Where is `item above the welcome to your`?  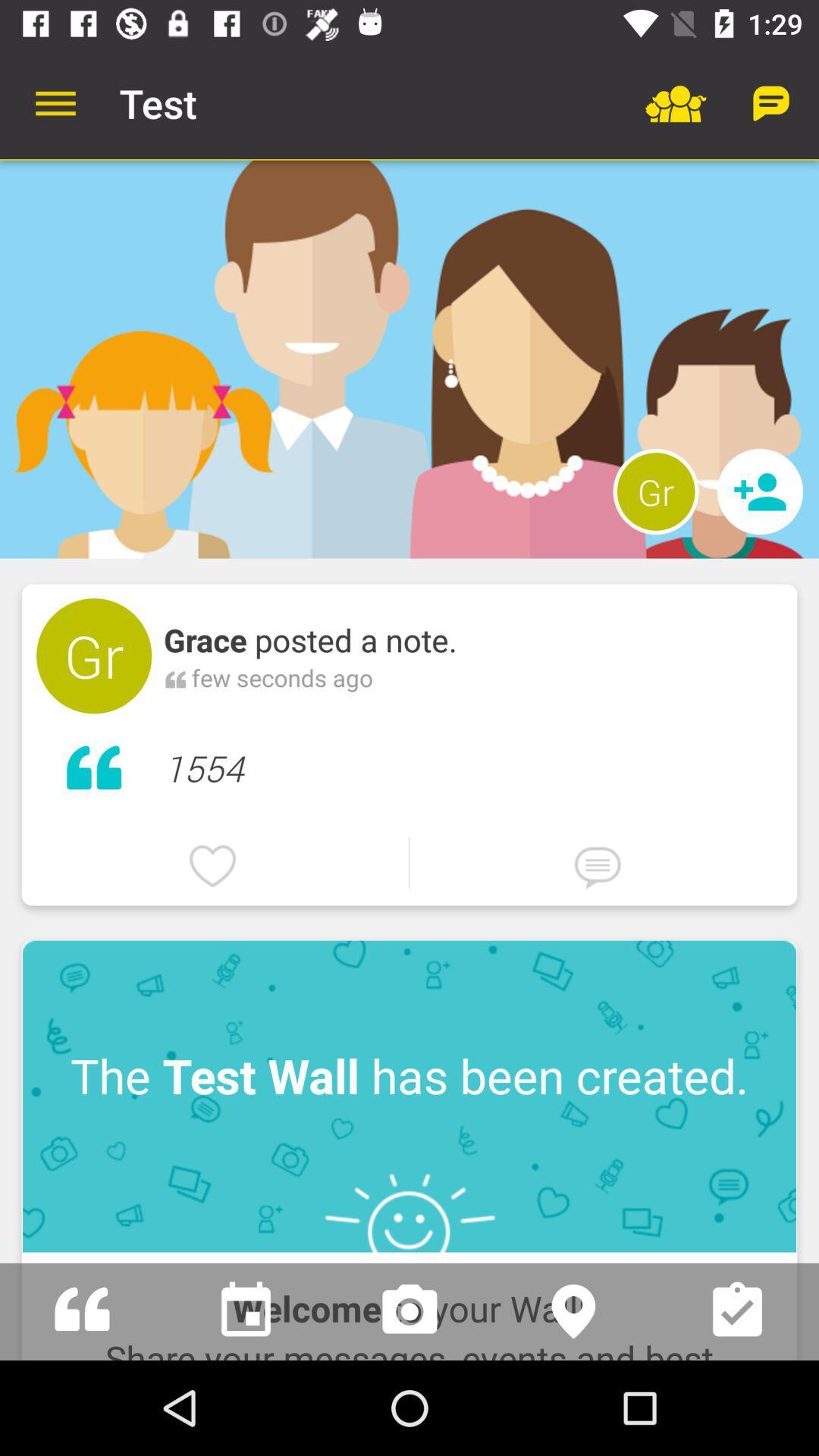
item above the welcome to your is located at coordinates (409, 1096).